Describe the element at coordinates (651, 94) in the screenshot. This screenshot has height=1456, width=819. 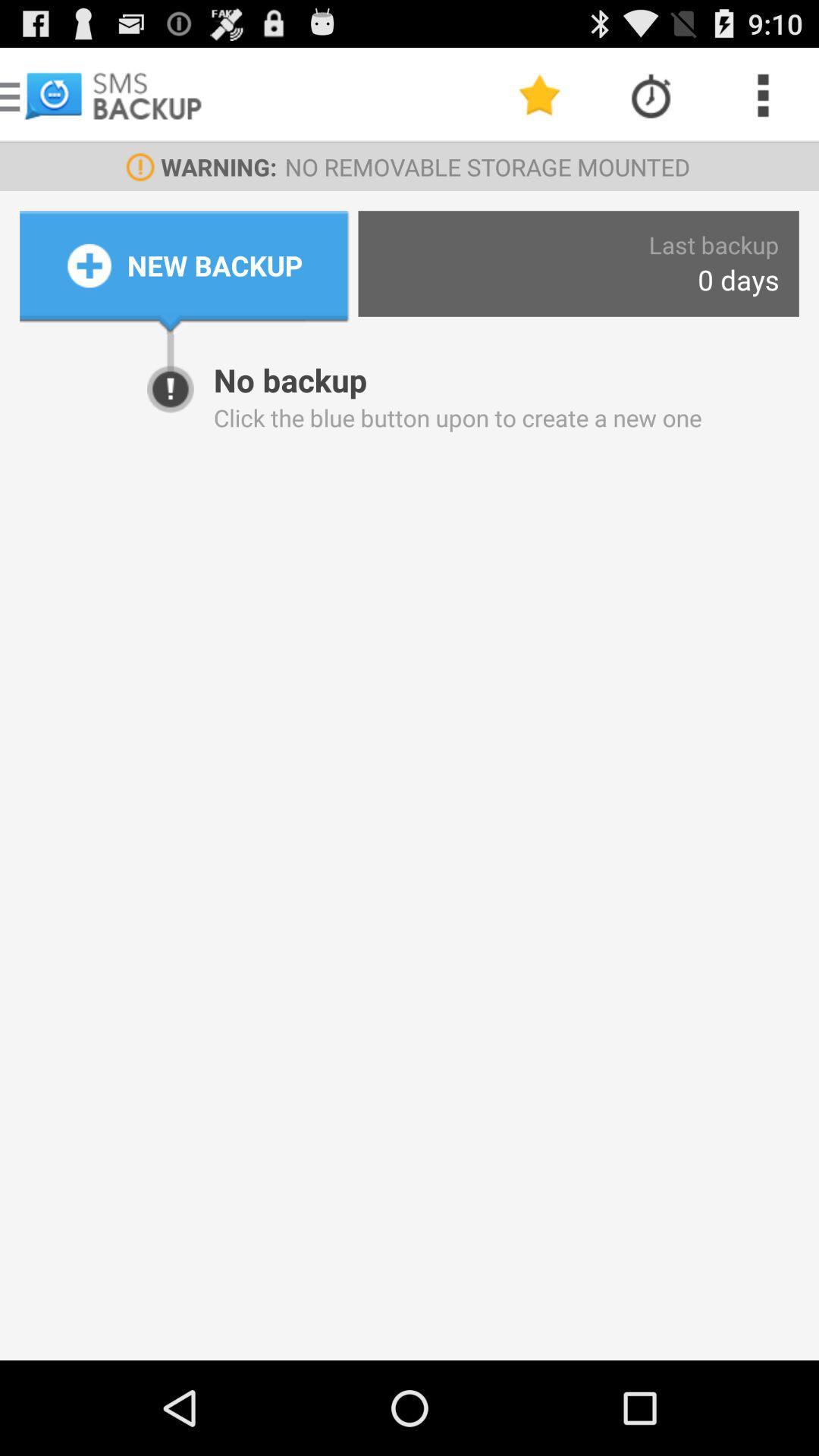
I see `the icon above the no removable storage icon` at that location.